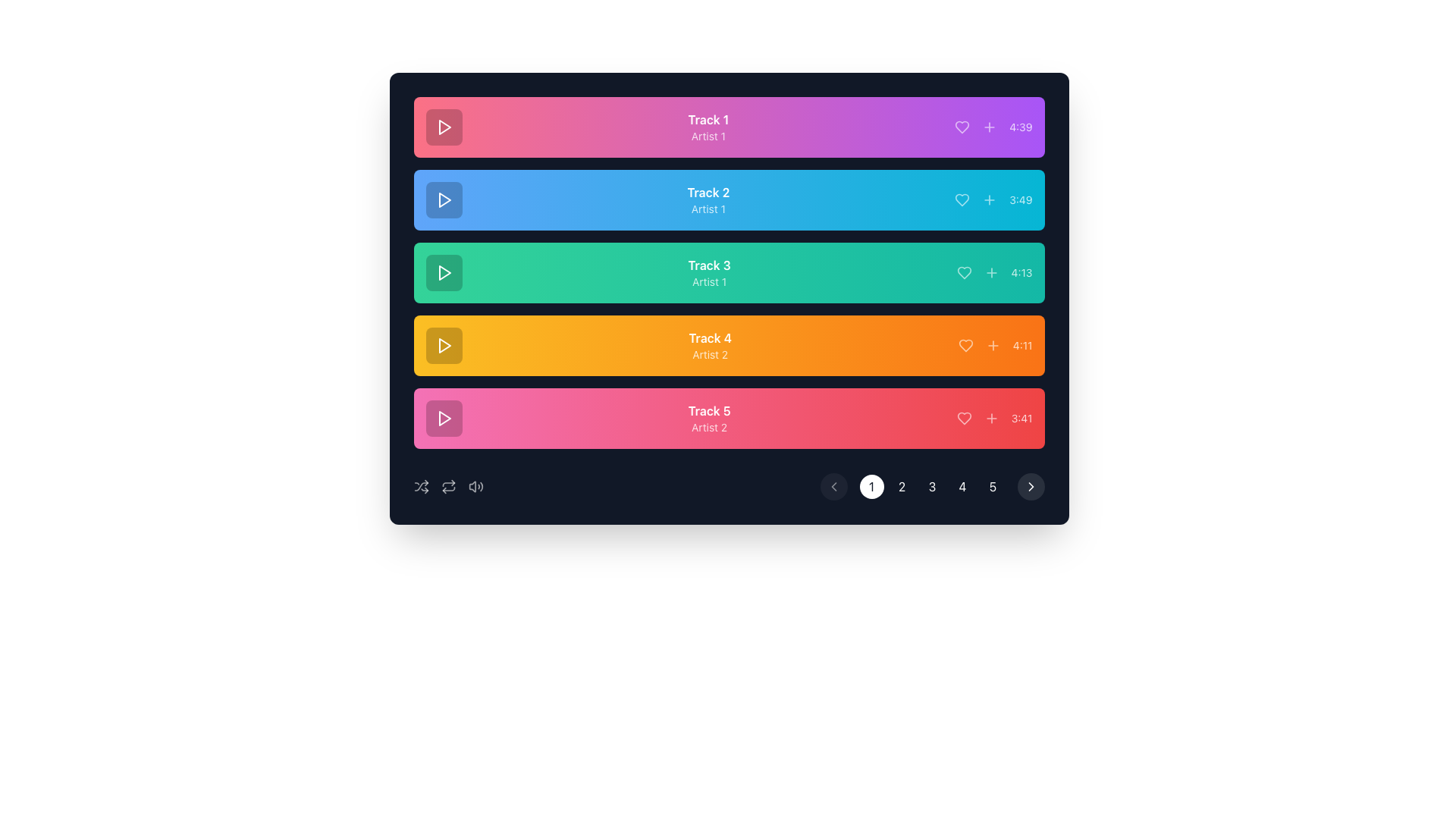 This screenshot has height=819, width=1456. Describe the element at coordinates (963, 418) in the screenshot. I see `the heart icon button in the fifth row of the music track list` at that location.